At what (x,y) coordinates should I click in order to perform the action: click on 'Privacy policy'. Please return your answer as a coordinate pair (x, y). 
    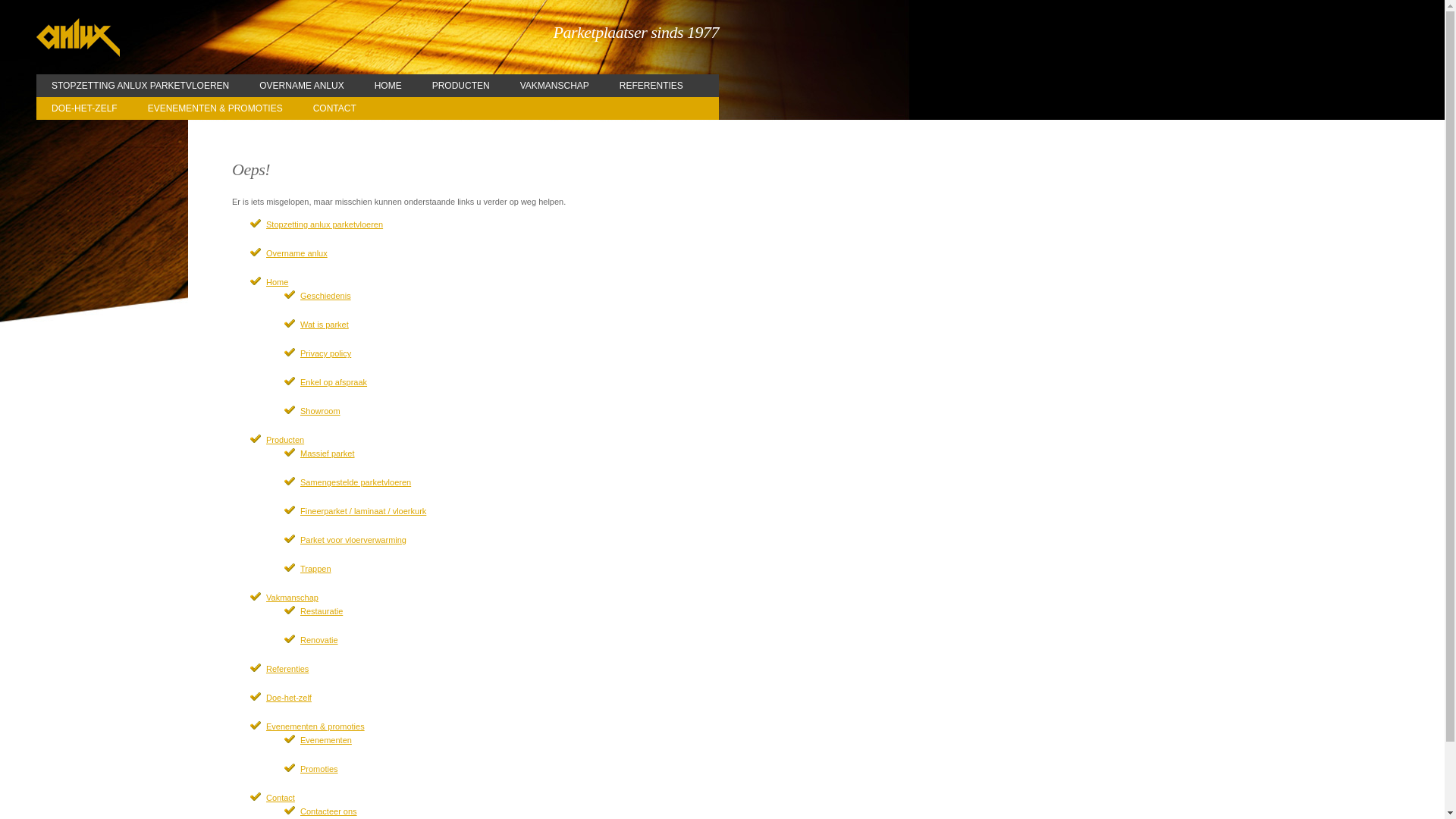
    Looking at the image, I should click on (325, 353).